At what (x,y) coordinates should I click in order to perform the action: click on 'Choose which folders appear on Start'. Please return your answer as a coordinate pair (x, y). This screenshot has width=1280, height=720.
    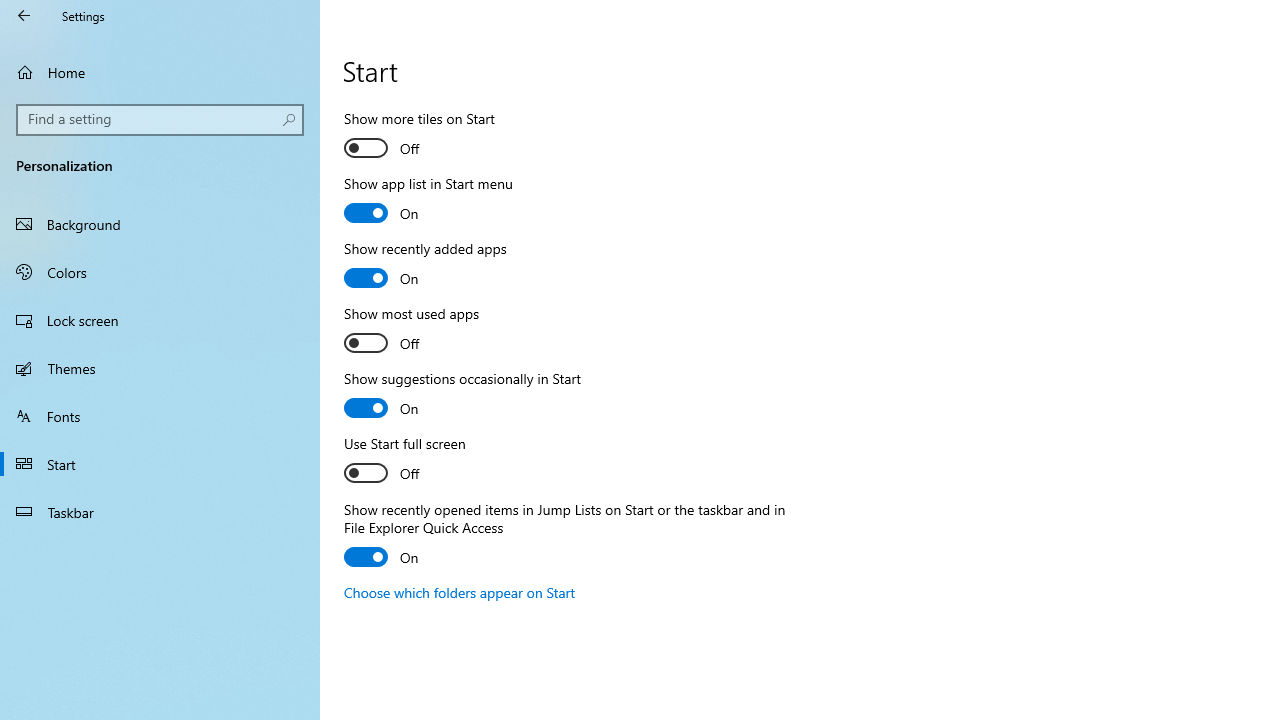
    Looking at the image, I should click on (459, 591).